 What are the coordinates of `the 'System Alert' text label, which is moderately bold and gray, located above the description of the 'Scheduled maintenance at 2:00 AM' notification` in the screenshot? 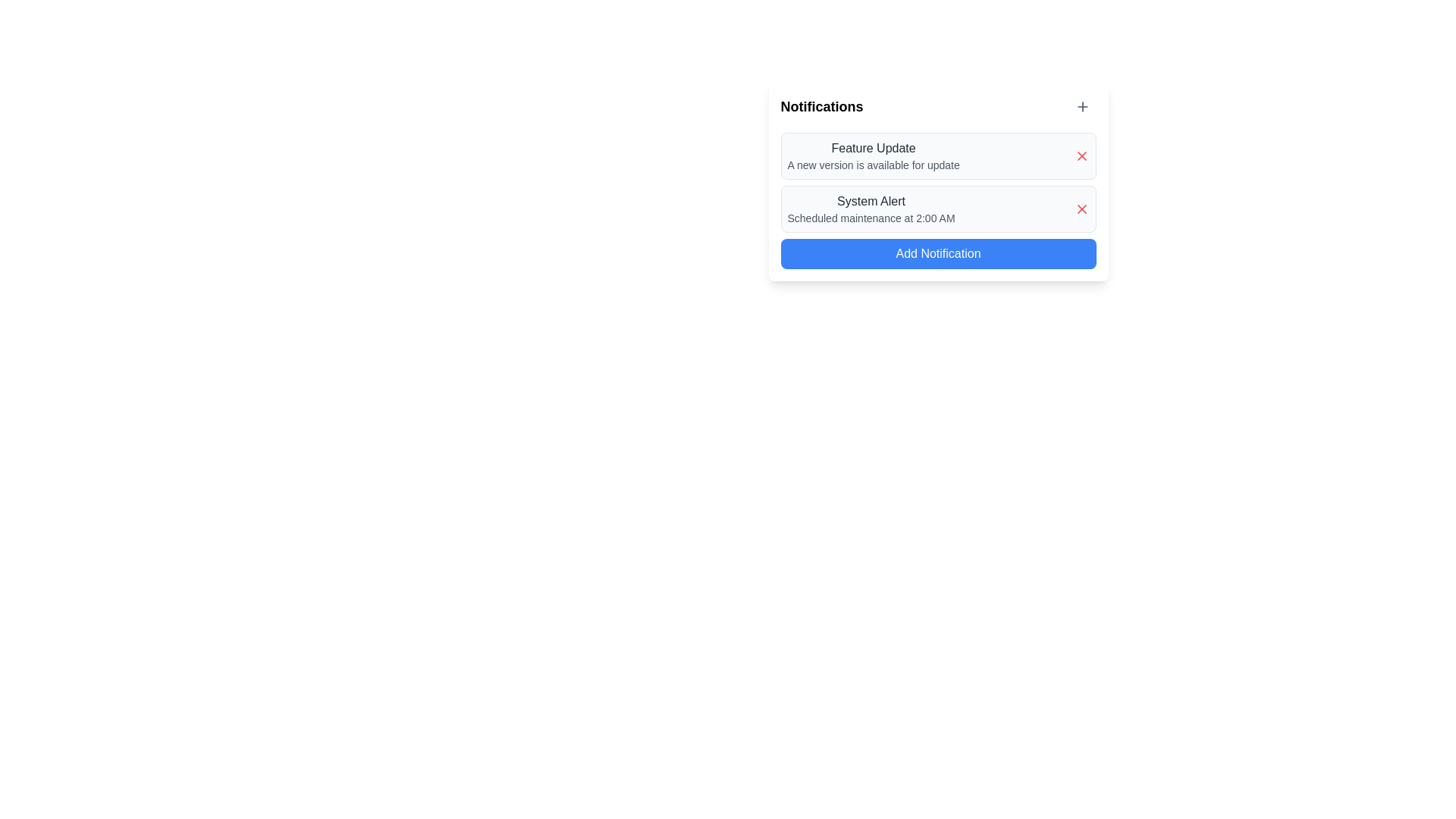 It's located at (871, 201).